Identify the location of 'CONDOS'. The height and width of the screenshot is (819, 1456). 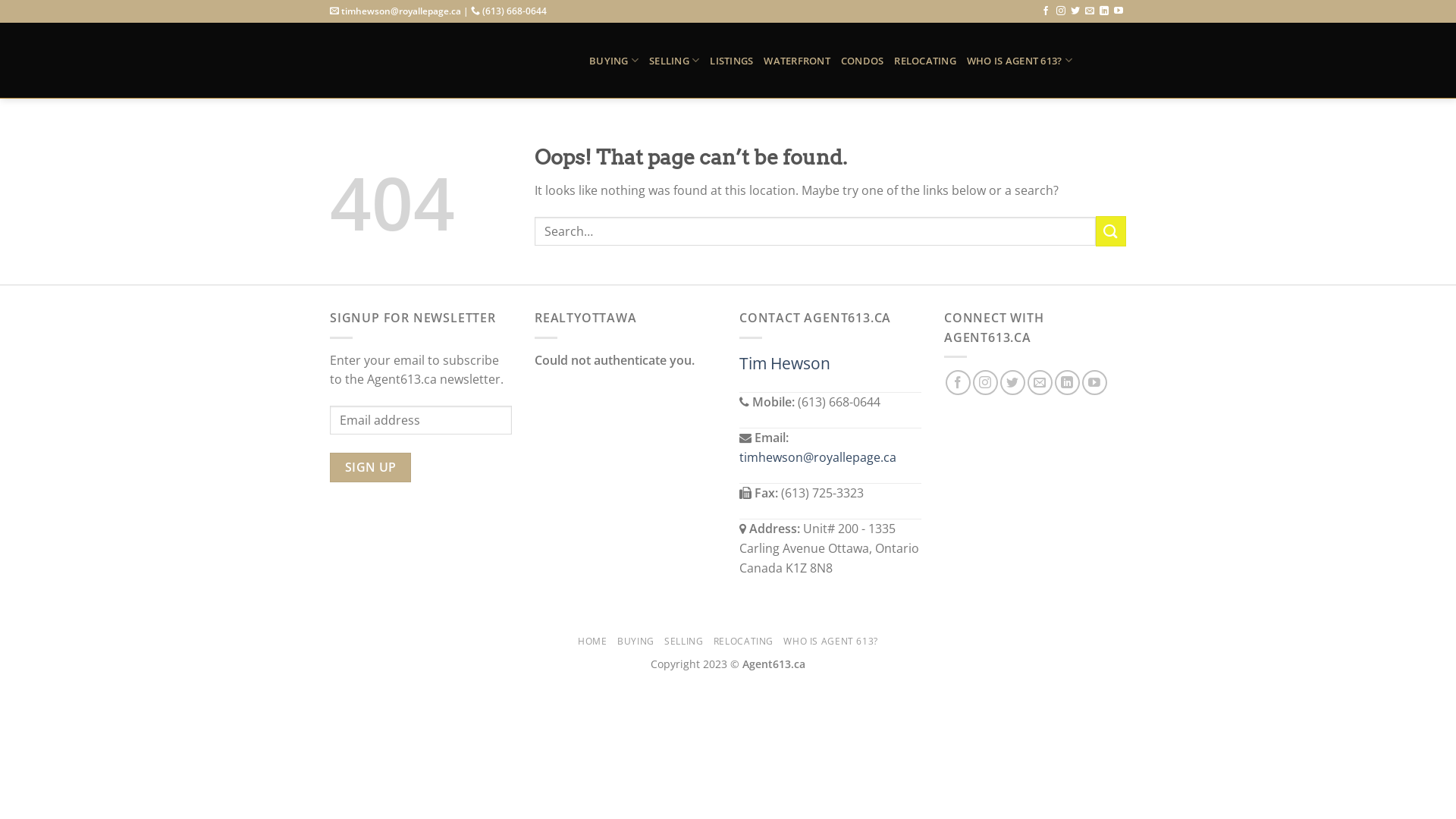
(862, 60).